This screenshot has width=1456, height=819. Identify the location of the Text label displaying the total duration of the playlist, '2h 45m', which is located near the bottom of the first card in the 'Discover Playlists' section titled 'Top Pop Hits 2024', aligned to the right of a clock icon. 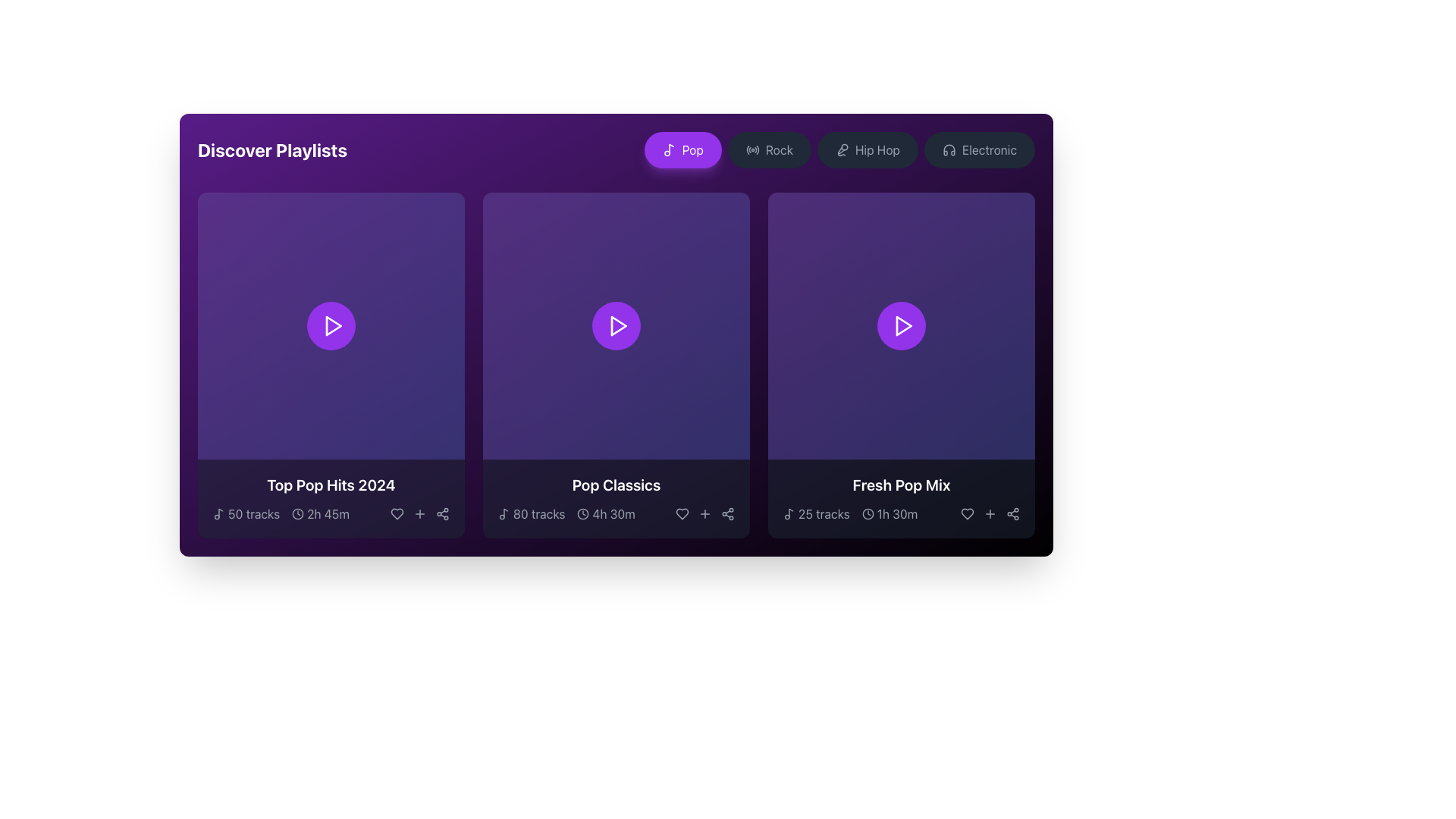
(327, 513).